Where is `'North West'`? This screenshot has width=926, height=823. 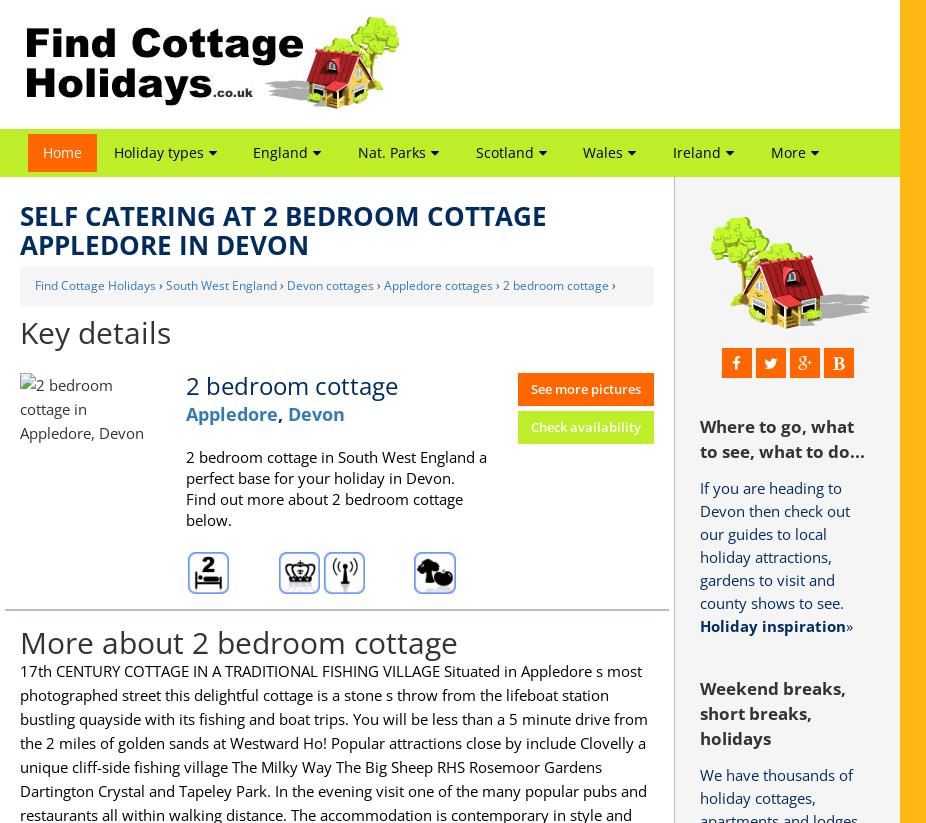
'North West' is located at coordinates (284, 231).